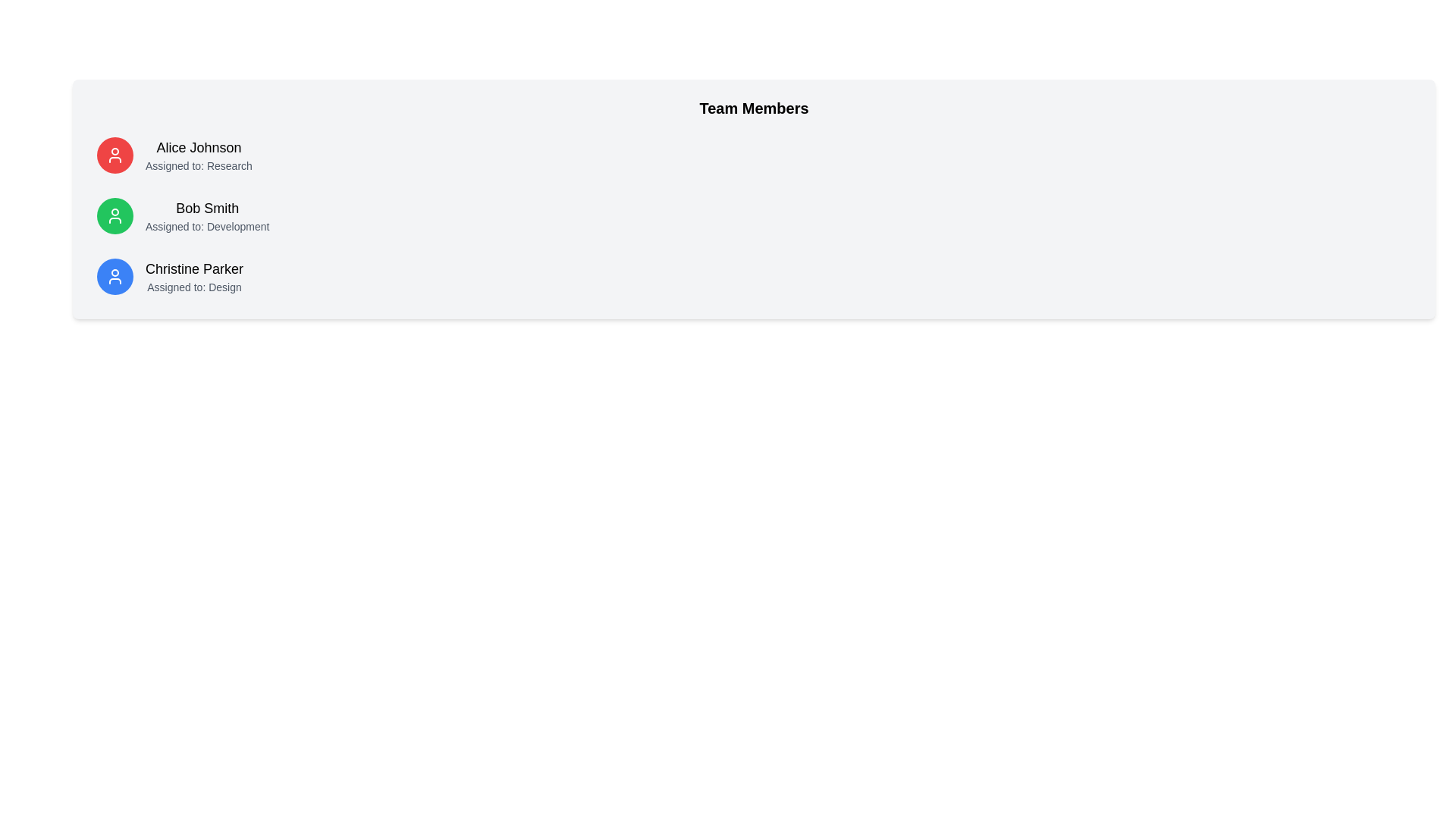 The height and width of the screenshot is (819, 1456). What do you see at coordinates (115, 155) in the screenshot?
I see `the circular profile picture icon filled with vibrant red color, which is located on the far left of the first row in the list of team members, adjacent to the name 'Alice Johnson'` at bounding box center [115, 155].